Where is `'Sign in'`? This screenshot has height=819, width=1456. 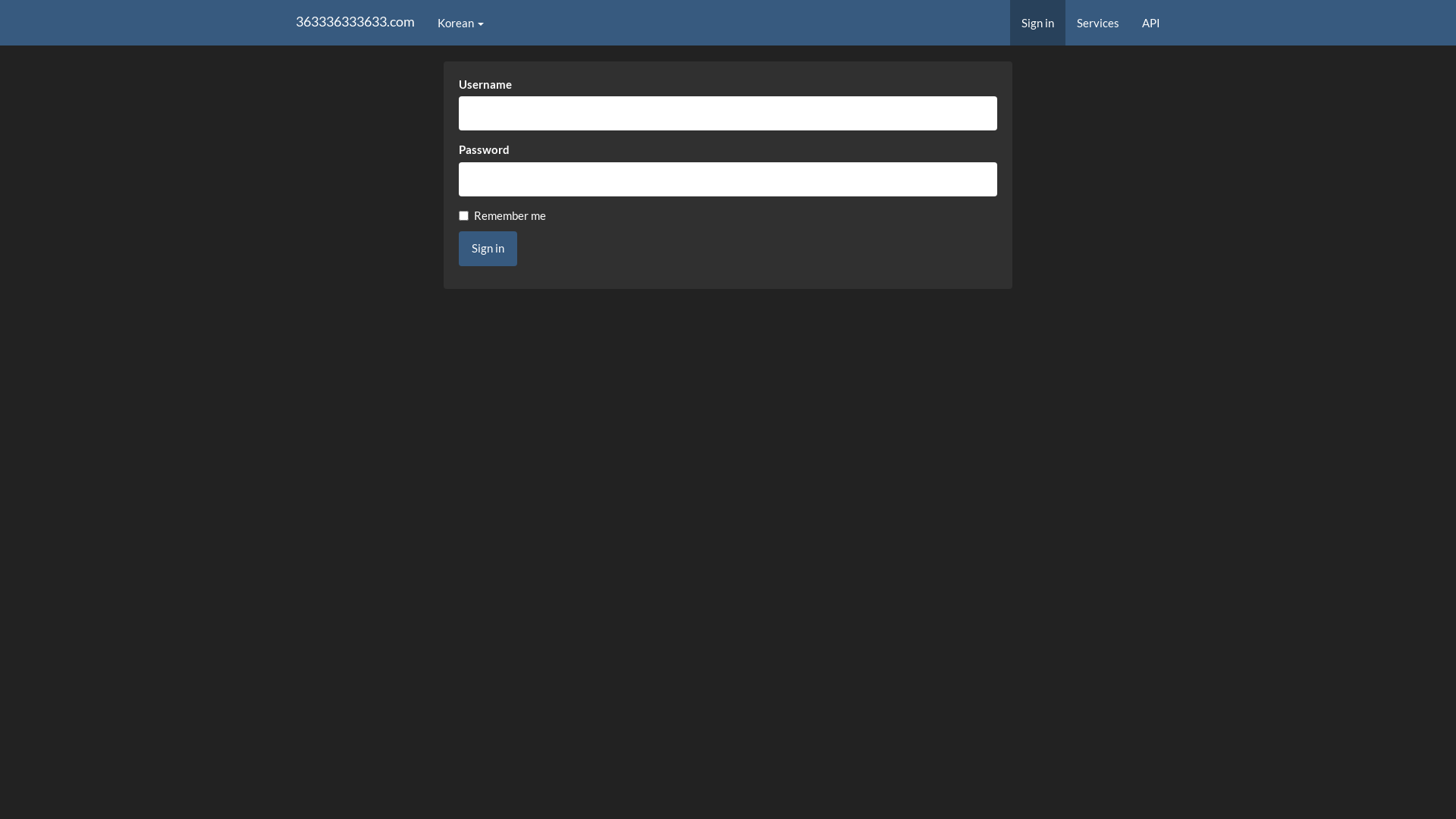 'Sign in' is located at coordinates (457, 247).